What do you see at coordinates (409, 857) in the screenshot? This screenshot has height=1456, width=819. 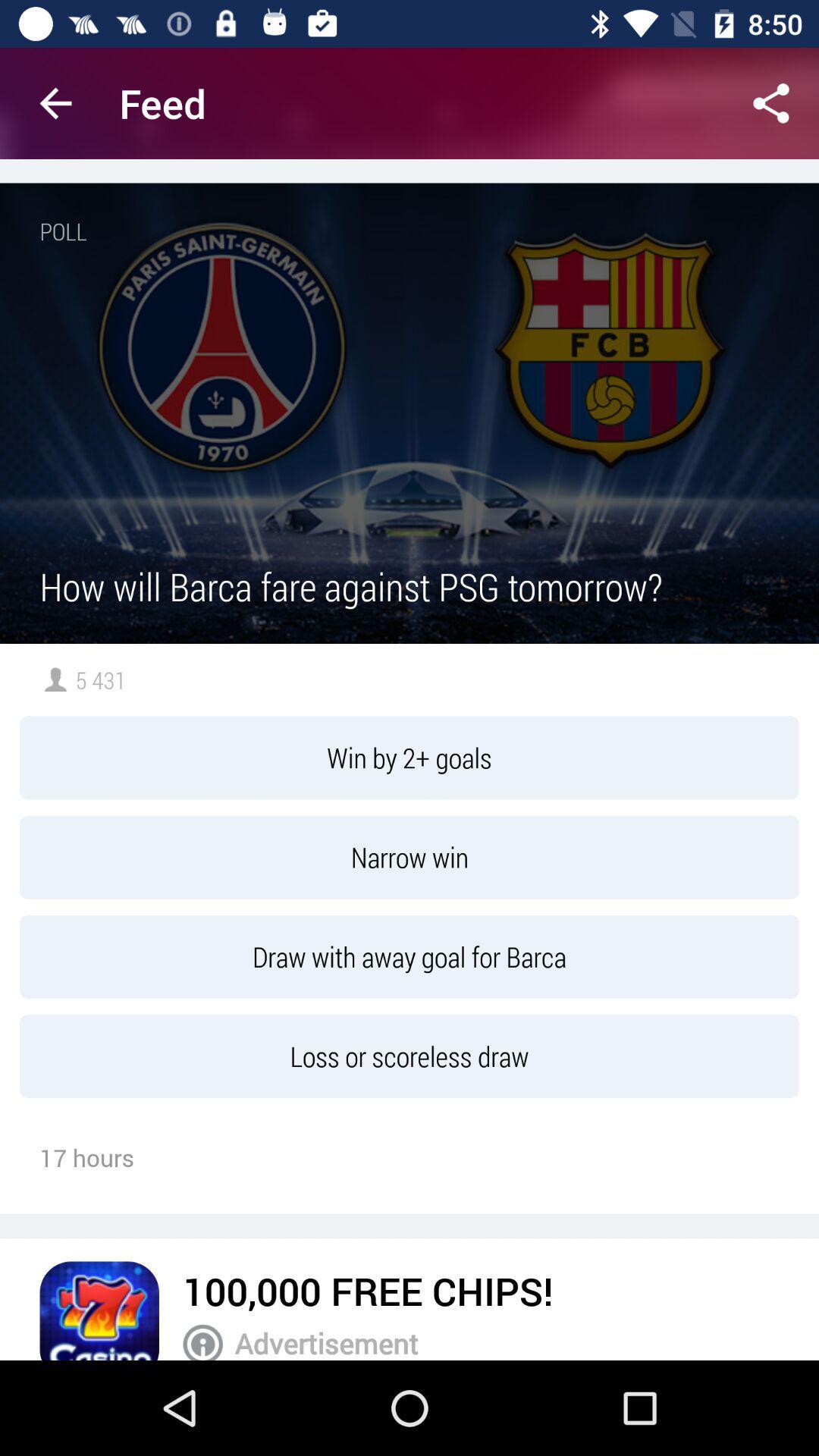 I see `the narrow win icon` at bounding box center [409, 857].